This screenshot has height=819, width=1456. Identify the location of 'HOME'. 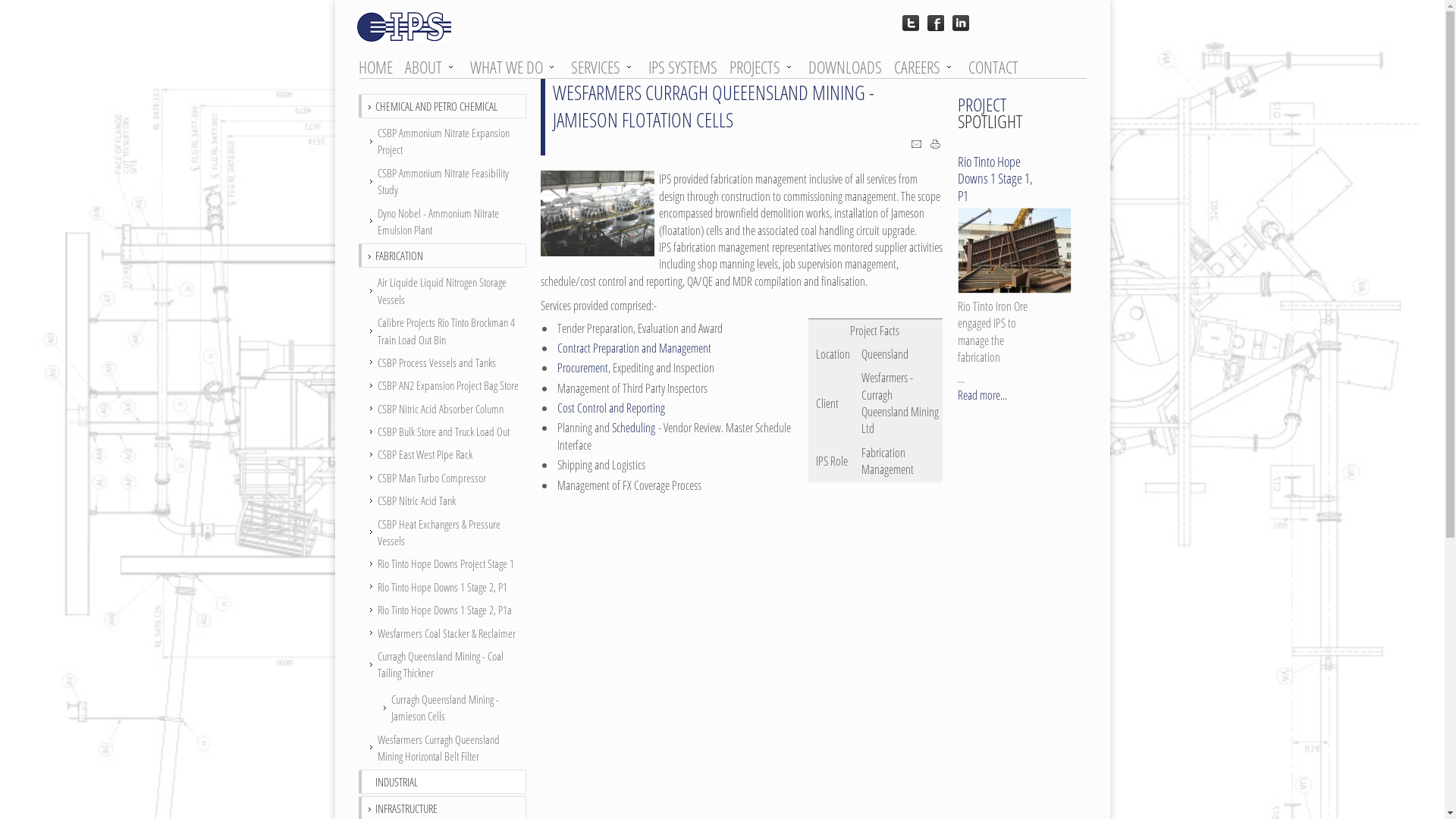
(379, 66).